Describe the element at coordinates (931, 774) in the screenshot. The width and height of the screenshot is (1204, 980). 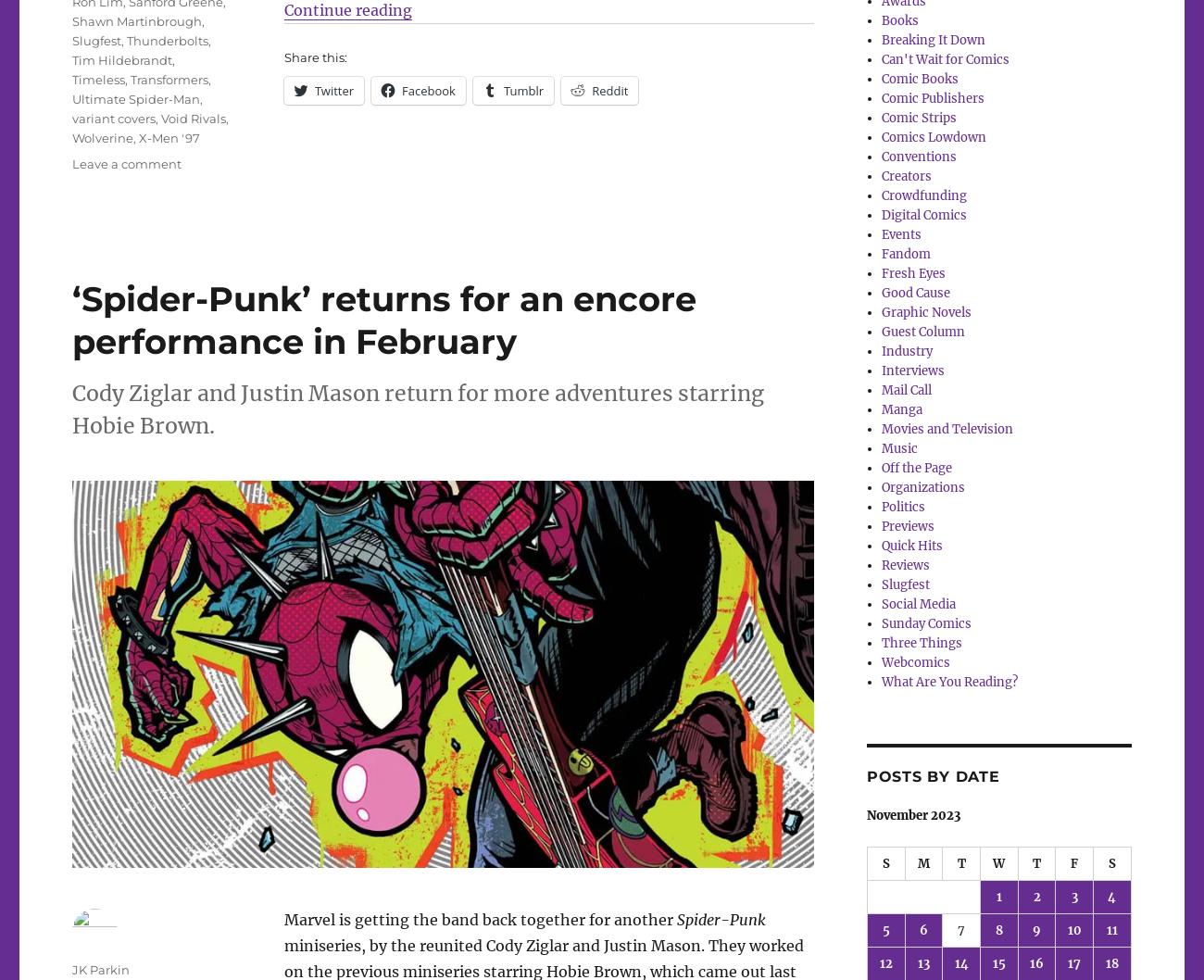
I see `'Posts by date'` at that location.